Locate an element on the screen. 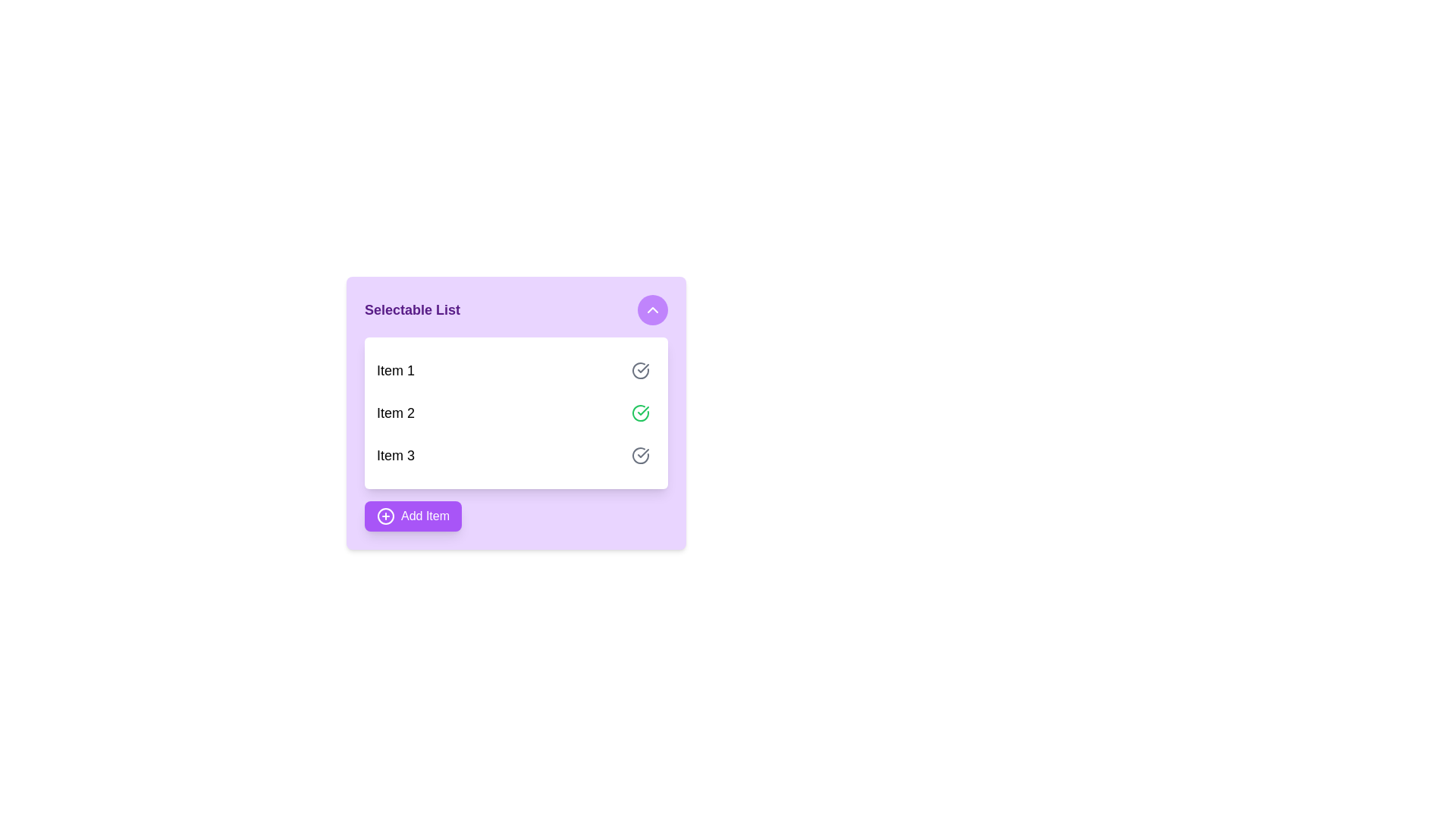  the status icon in the third row of the 'Selectable List' that indicates a selected or completed status for 'Item 3' is located at coordinates (640, 455).